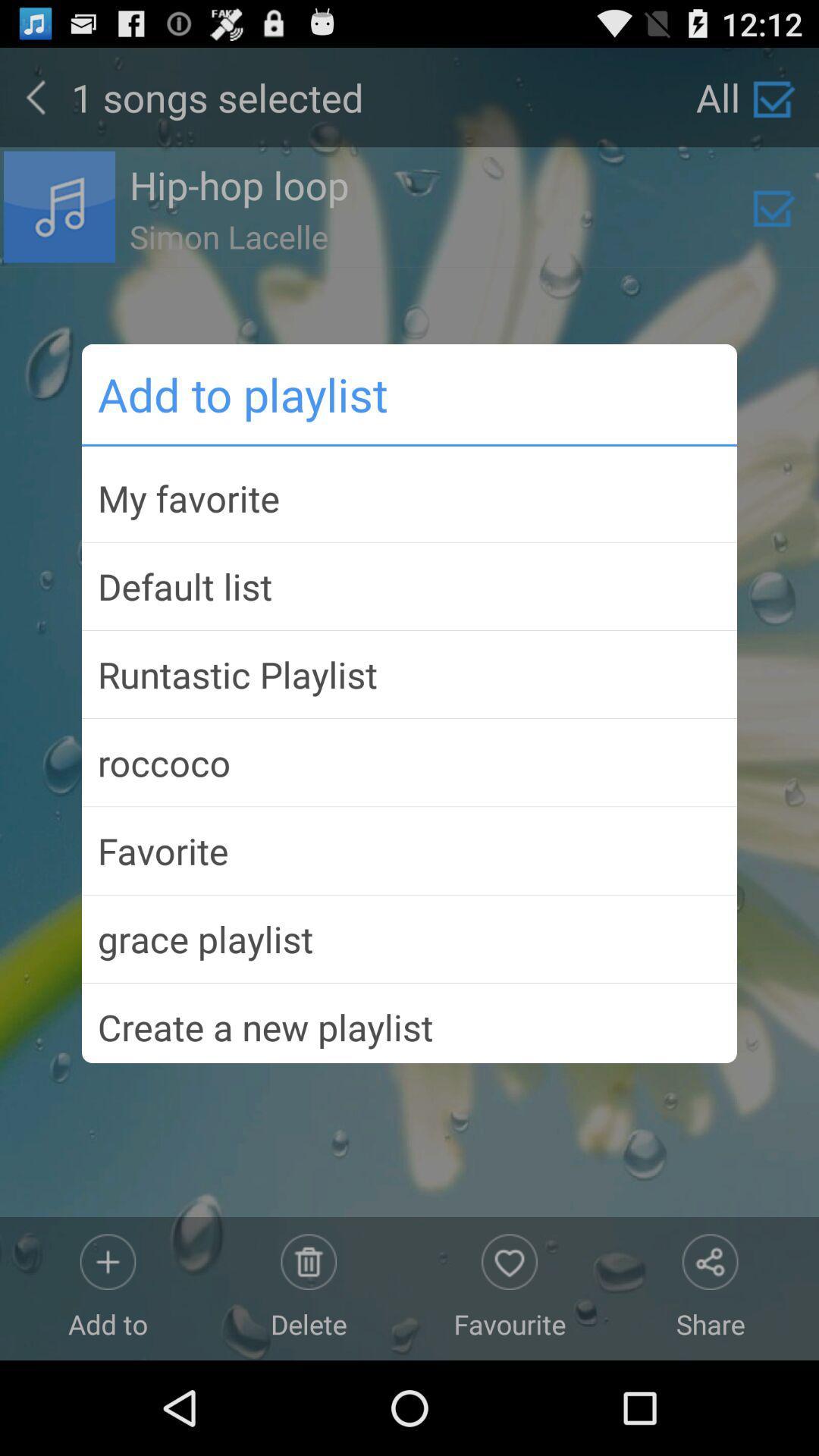 This screenshot has width=819, height=1456. What do you see at coordinates (409, 673) in the screenshot?
I see `the runtastic playlist icon` at bounding box center [409, 673].